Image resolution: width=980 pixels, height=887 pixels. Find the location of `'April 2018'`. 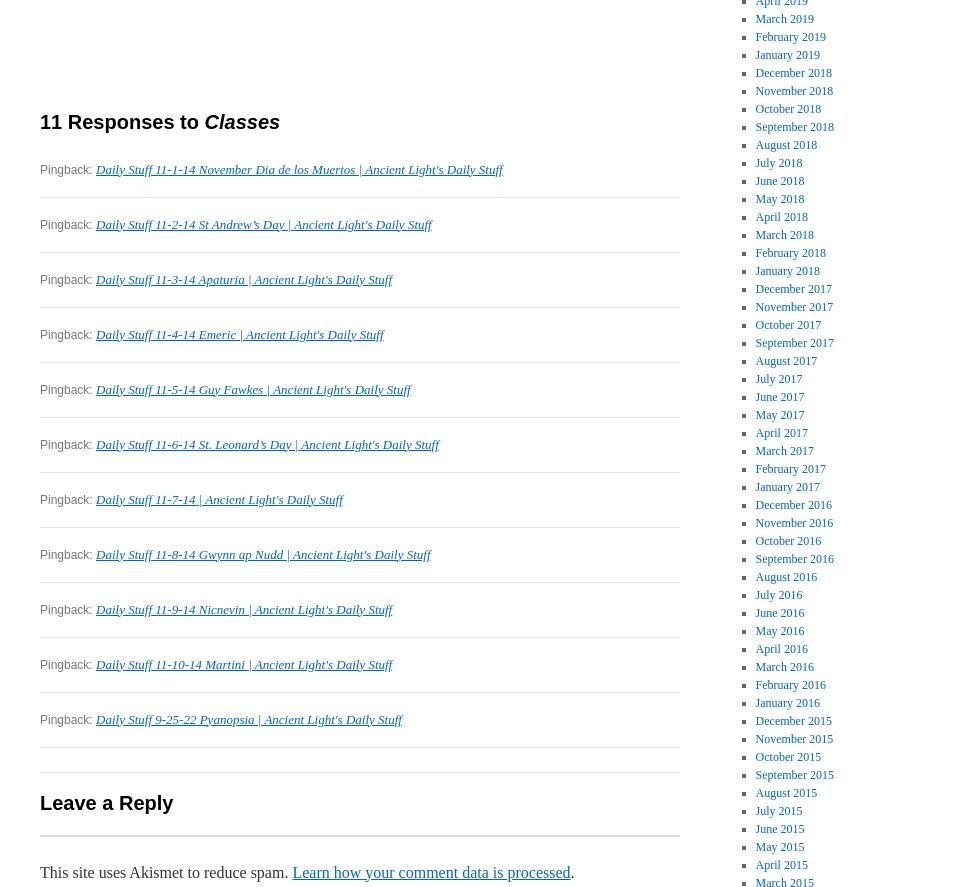

'April 2018' is located at coordinates (780, 216).